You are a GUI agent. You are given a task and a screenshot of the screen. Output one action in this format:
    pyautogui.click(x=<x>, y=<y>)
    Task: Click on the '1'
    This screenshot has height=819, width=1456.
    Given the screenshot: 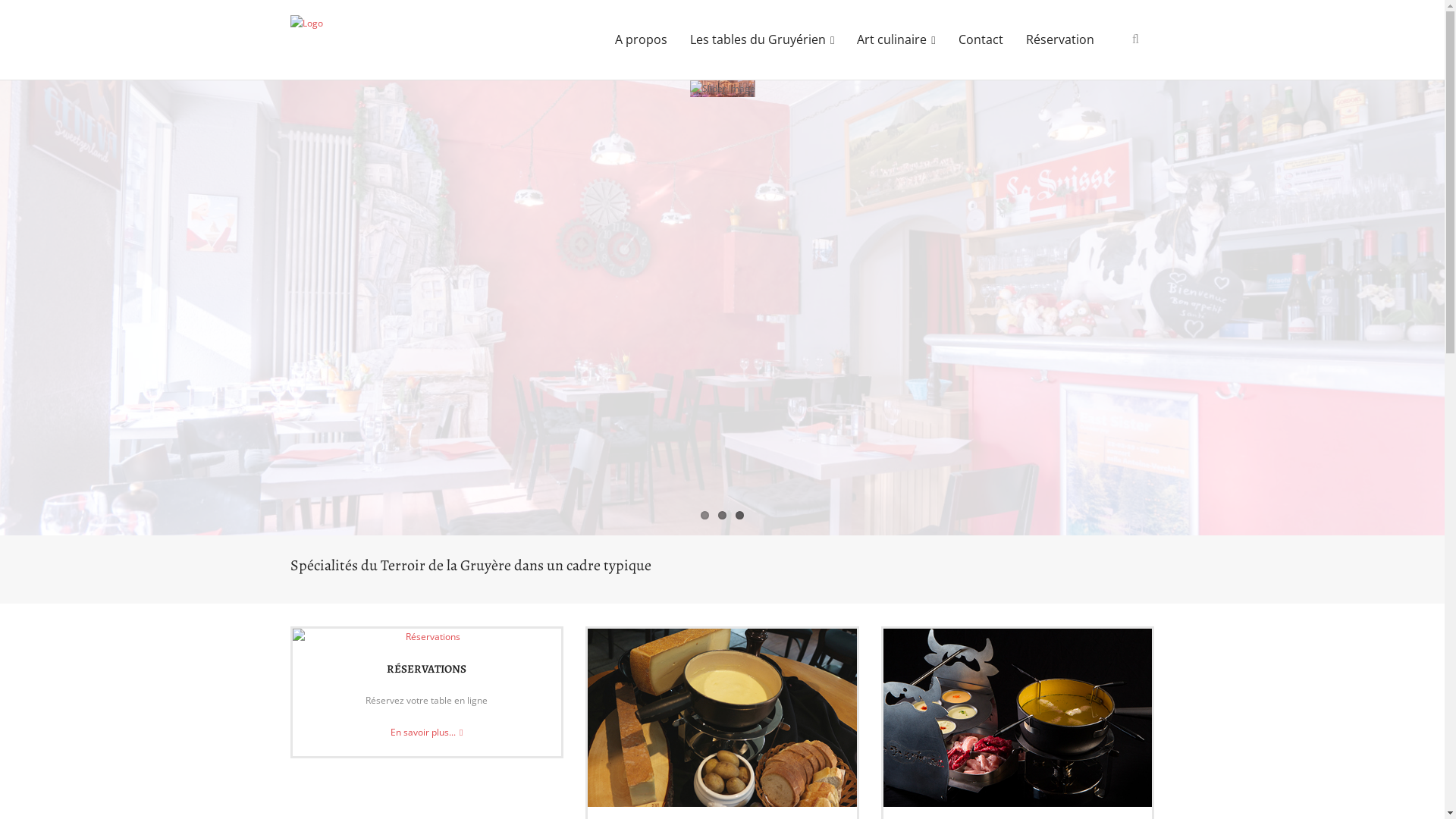 What is the action you would take?
    pyautogui.click(x=704, y=514)
    